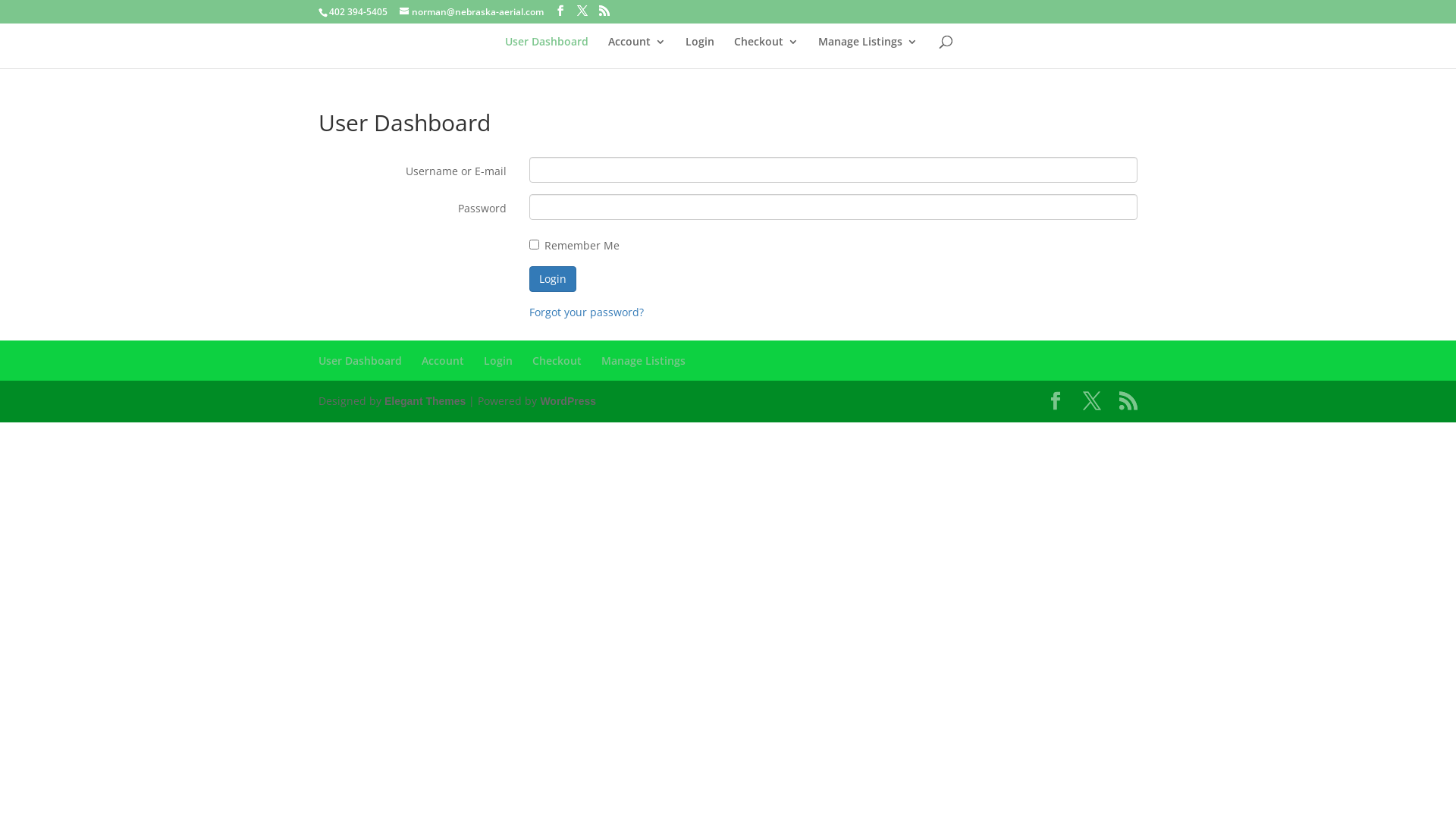 The width and height of the screenshot is (1456, 819). I want to click on 'WordPress', so click(566, 400).